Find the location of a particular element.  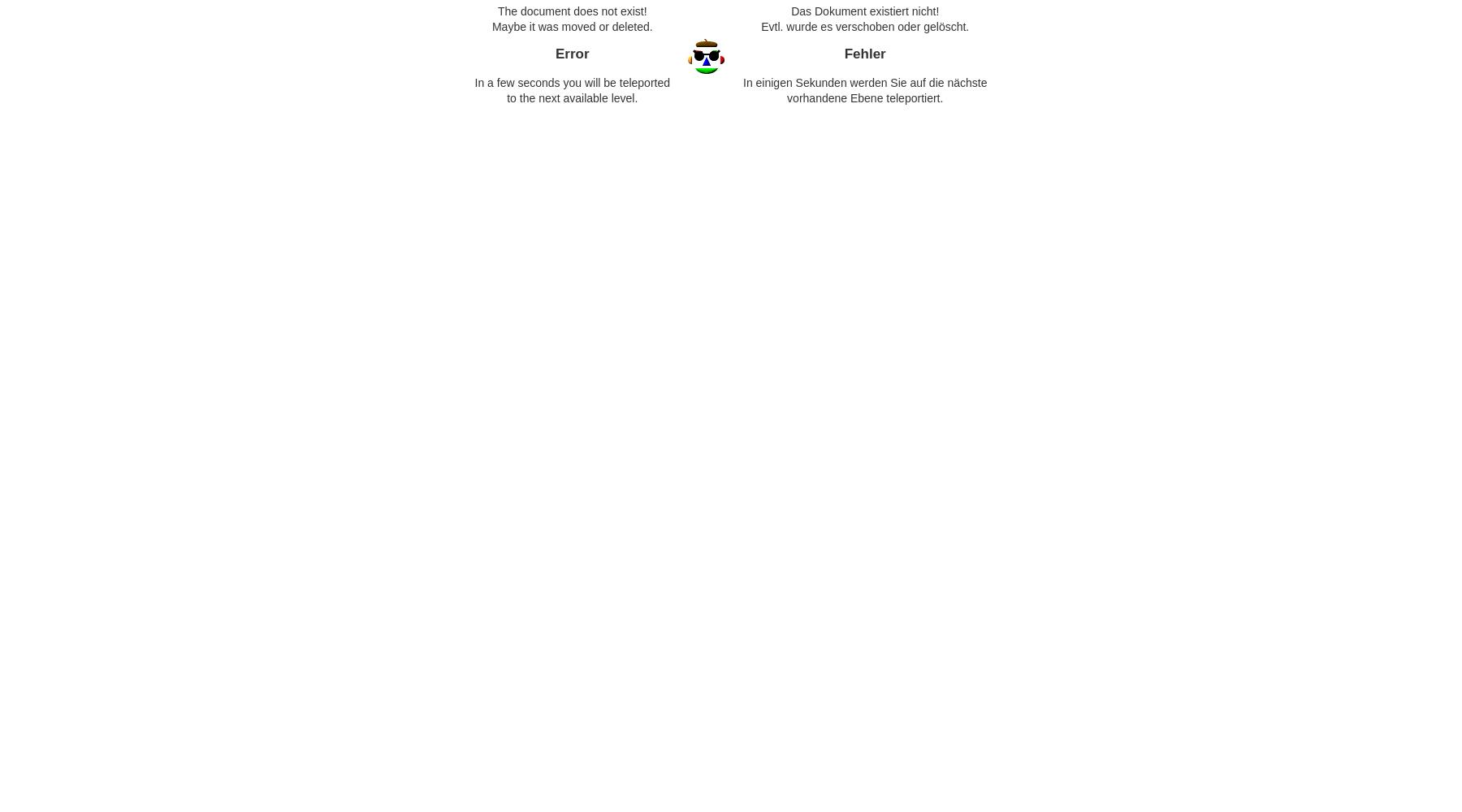

'to the next available level.' is located at coordinates (507, 97).